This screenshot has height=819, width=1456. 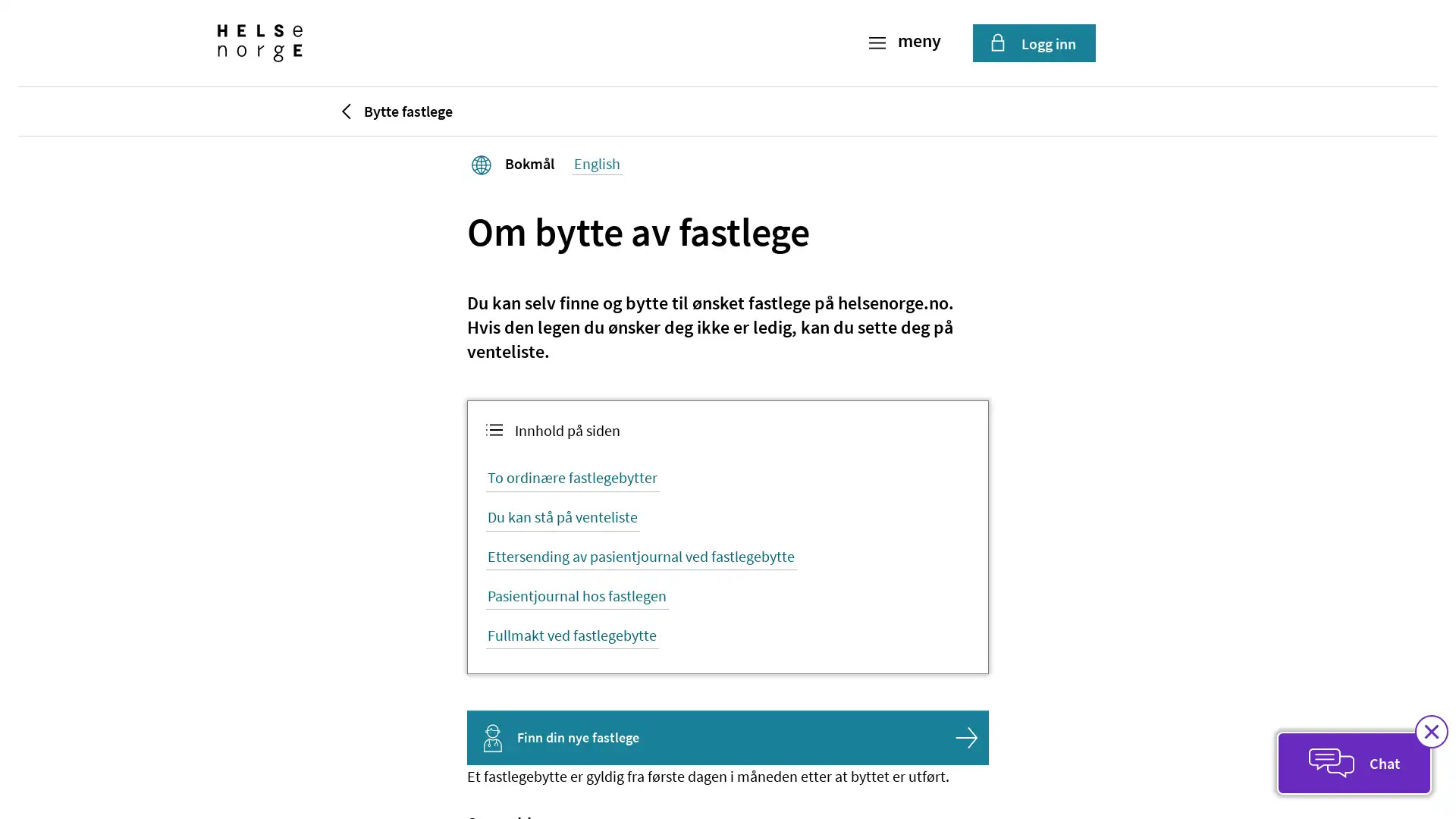 I want to click on meny, so click(x=906, y=42).